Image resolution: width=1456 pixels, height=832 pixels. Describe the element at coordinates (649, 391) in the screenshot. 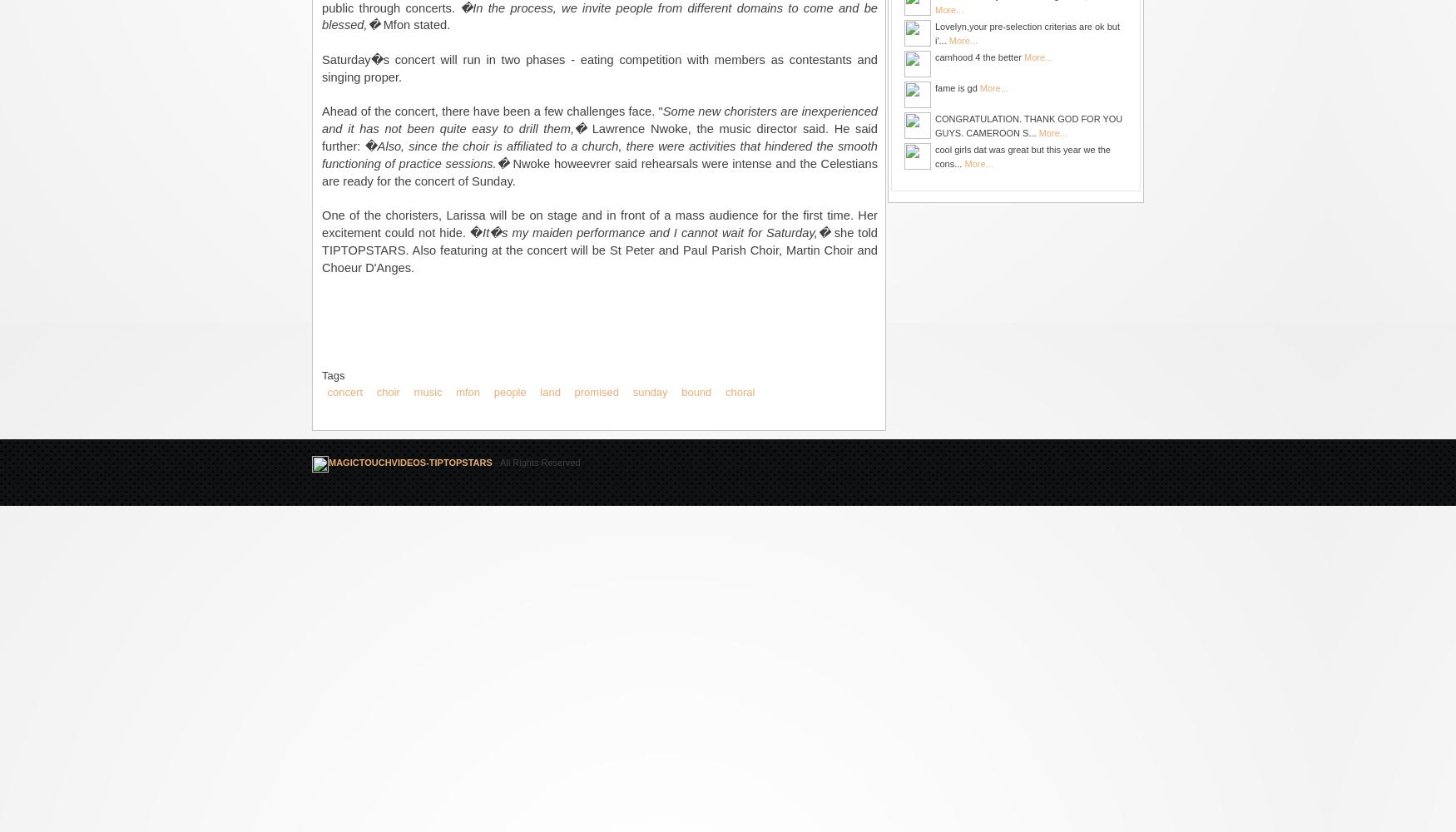

I see `'sunday'` at that location.